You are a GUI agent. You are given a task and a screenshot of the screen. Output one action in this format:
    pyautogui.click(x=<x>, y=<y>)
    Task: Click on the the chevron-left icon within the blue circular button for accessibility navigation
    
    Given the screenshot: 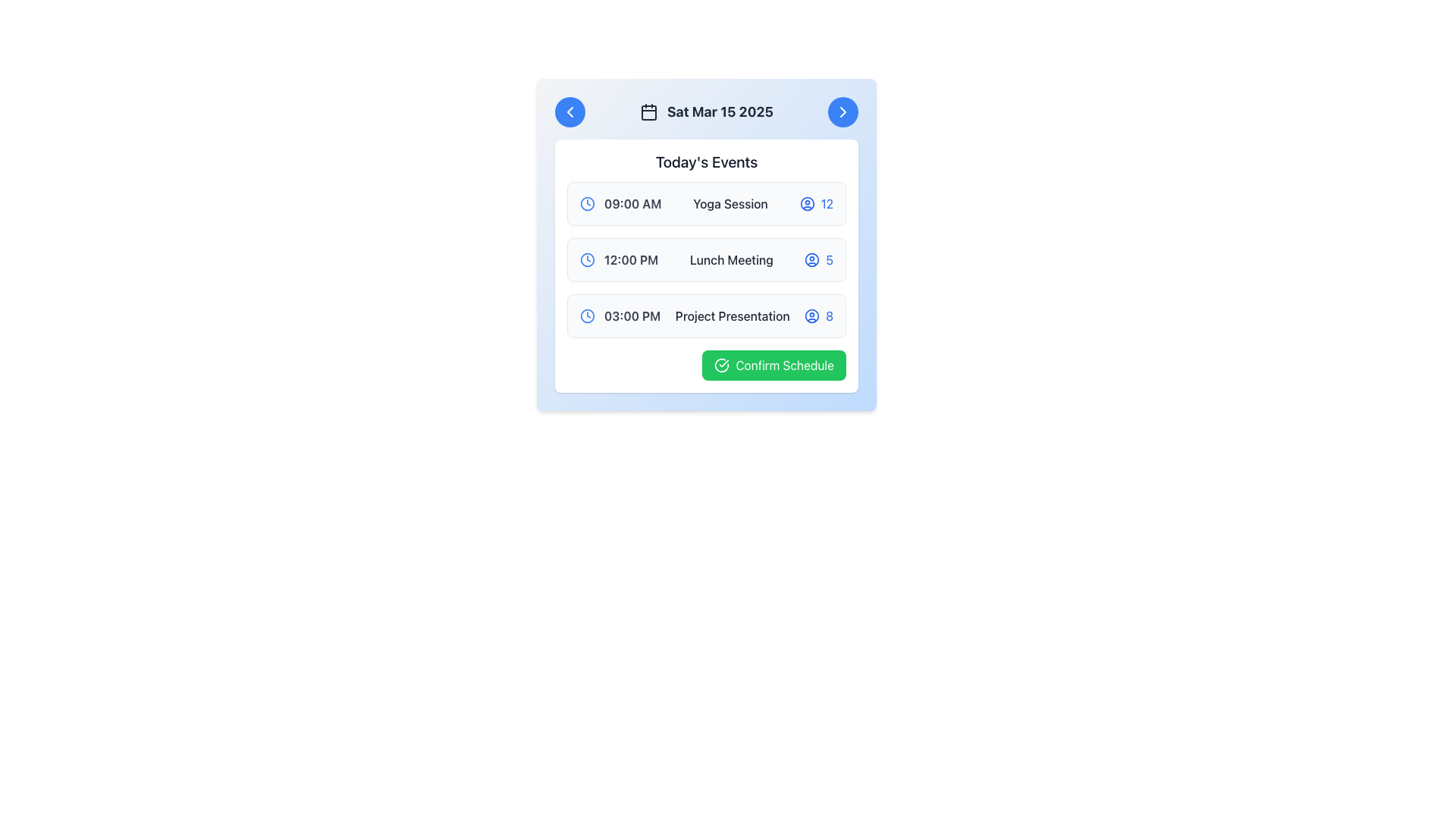 What is the action you would take?
    pyautogui.click(x=570, y=111)
    